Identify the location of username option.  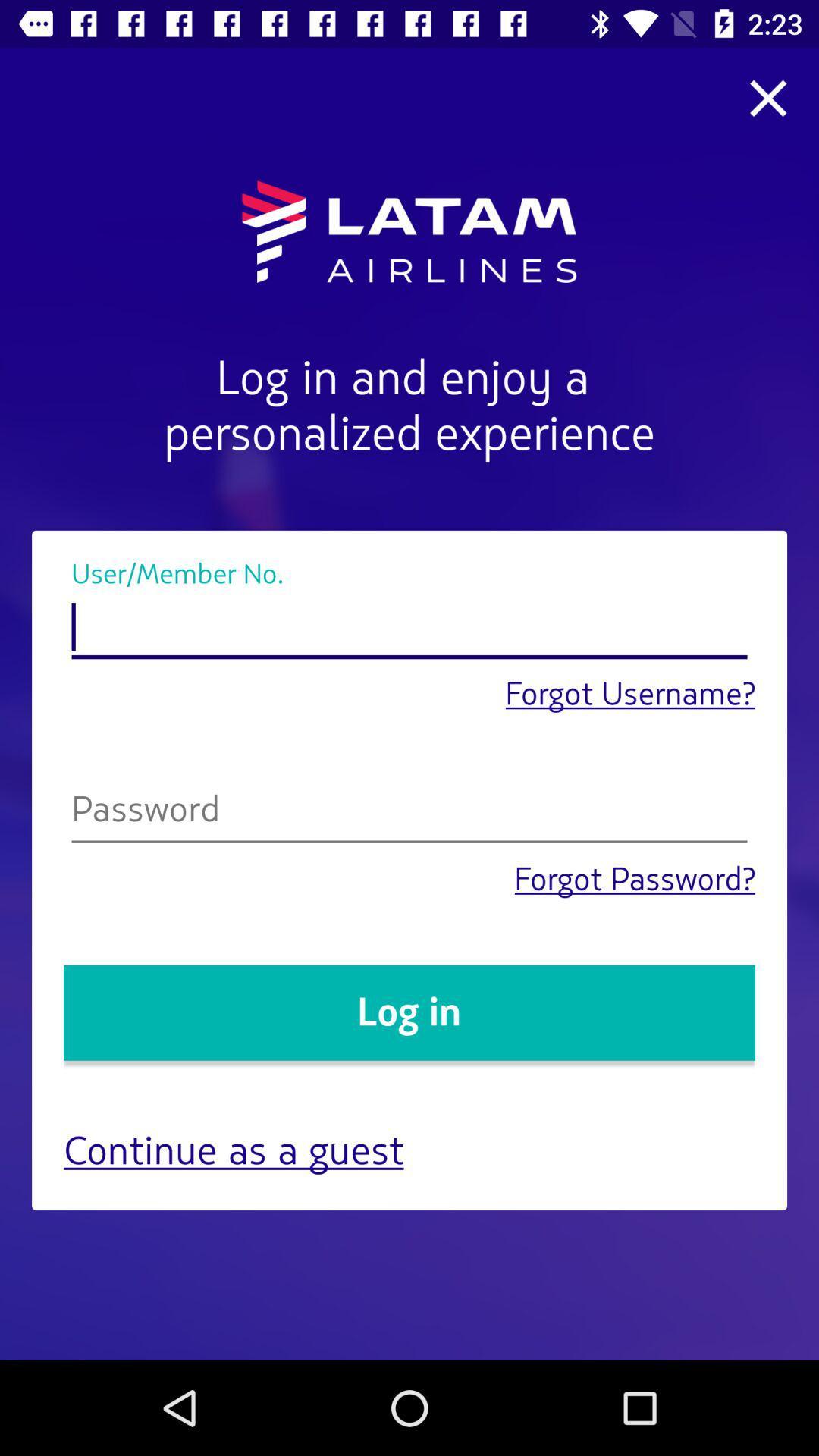
(409, 628).